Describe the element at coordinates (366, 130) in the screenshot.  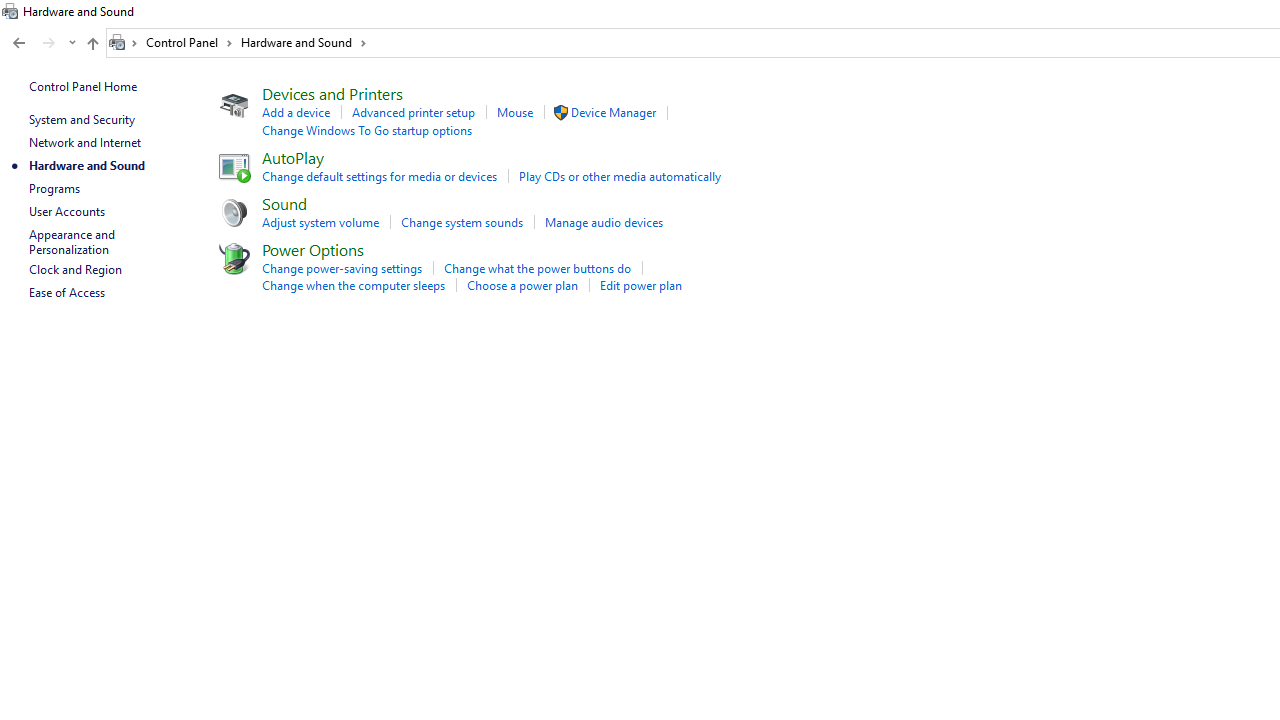
I see `'Change Windows To Go startup options'` at that location.